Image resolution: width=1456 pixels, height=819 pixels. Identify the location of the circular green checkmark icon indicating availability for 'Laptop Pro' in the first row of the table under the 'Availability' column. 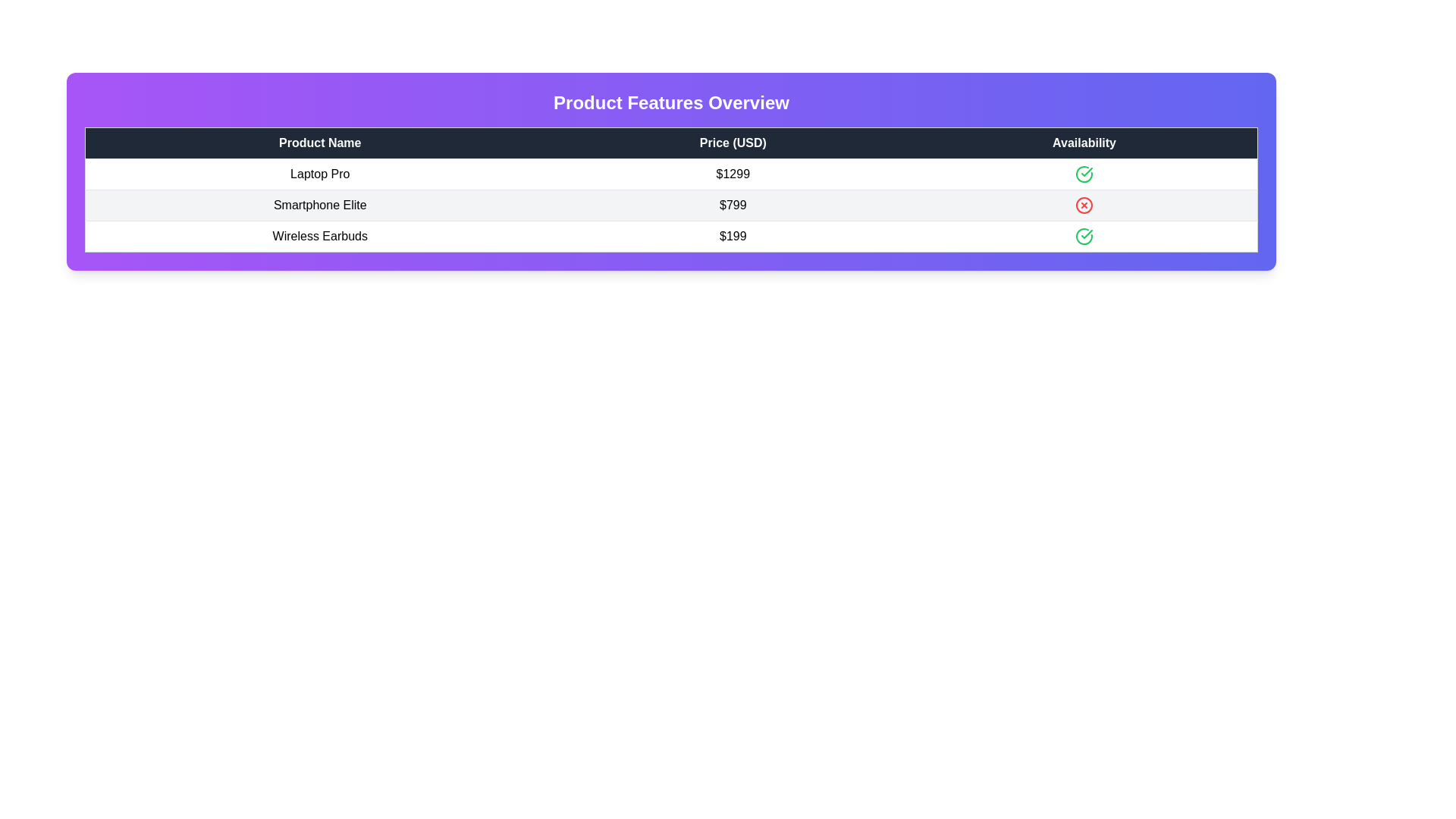
(1084, 174).